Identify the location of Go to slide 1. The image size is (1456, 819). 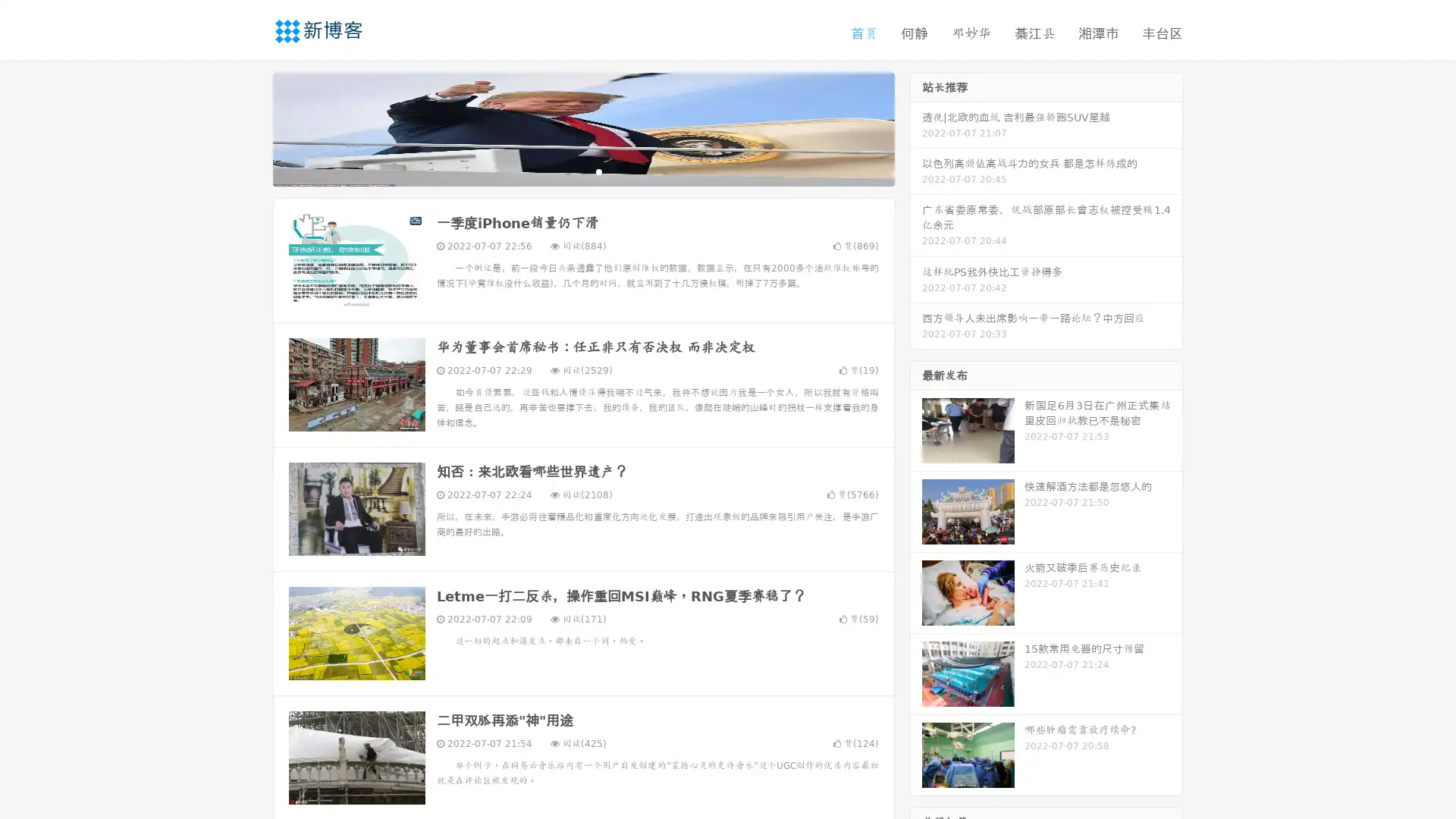
(567, 171).